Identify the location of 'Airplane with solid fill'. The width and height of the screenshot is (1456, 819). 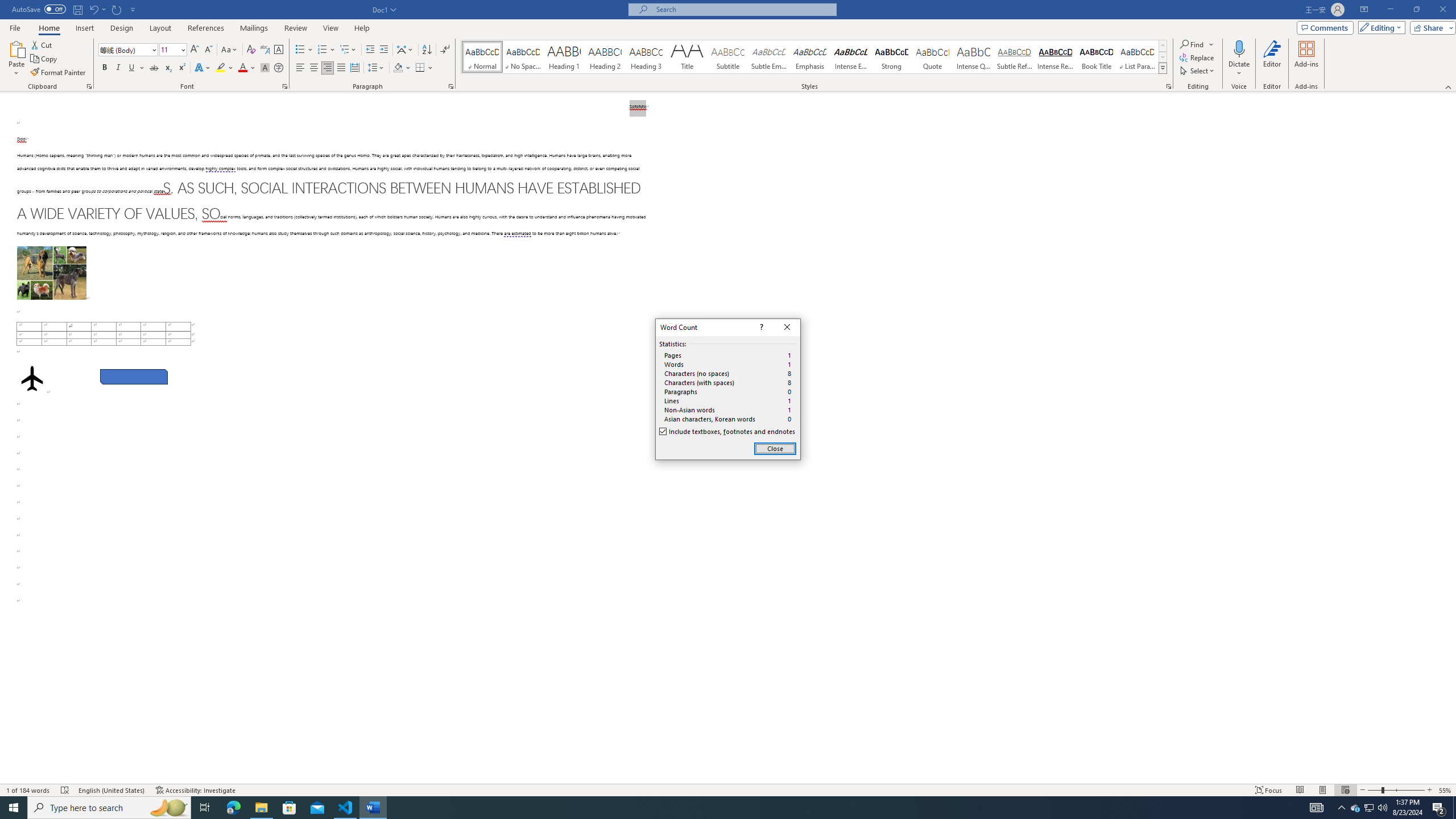
(32, 379).